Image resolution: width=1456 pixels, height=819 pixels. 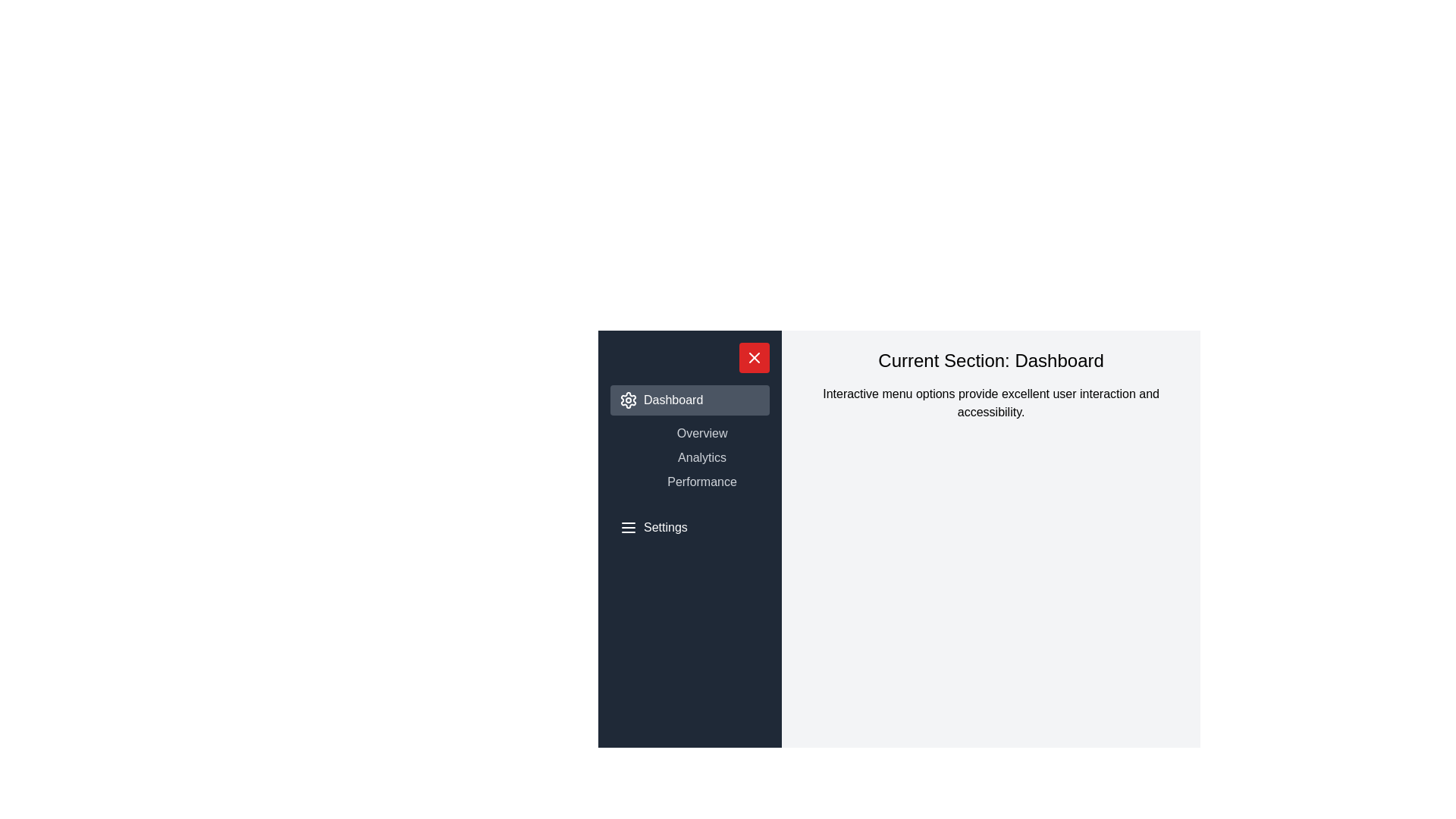 I want to click on the 'Overview' text entry in the sidebar menu to change its color for a visual cue, so click(x=701, y=433).